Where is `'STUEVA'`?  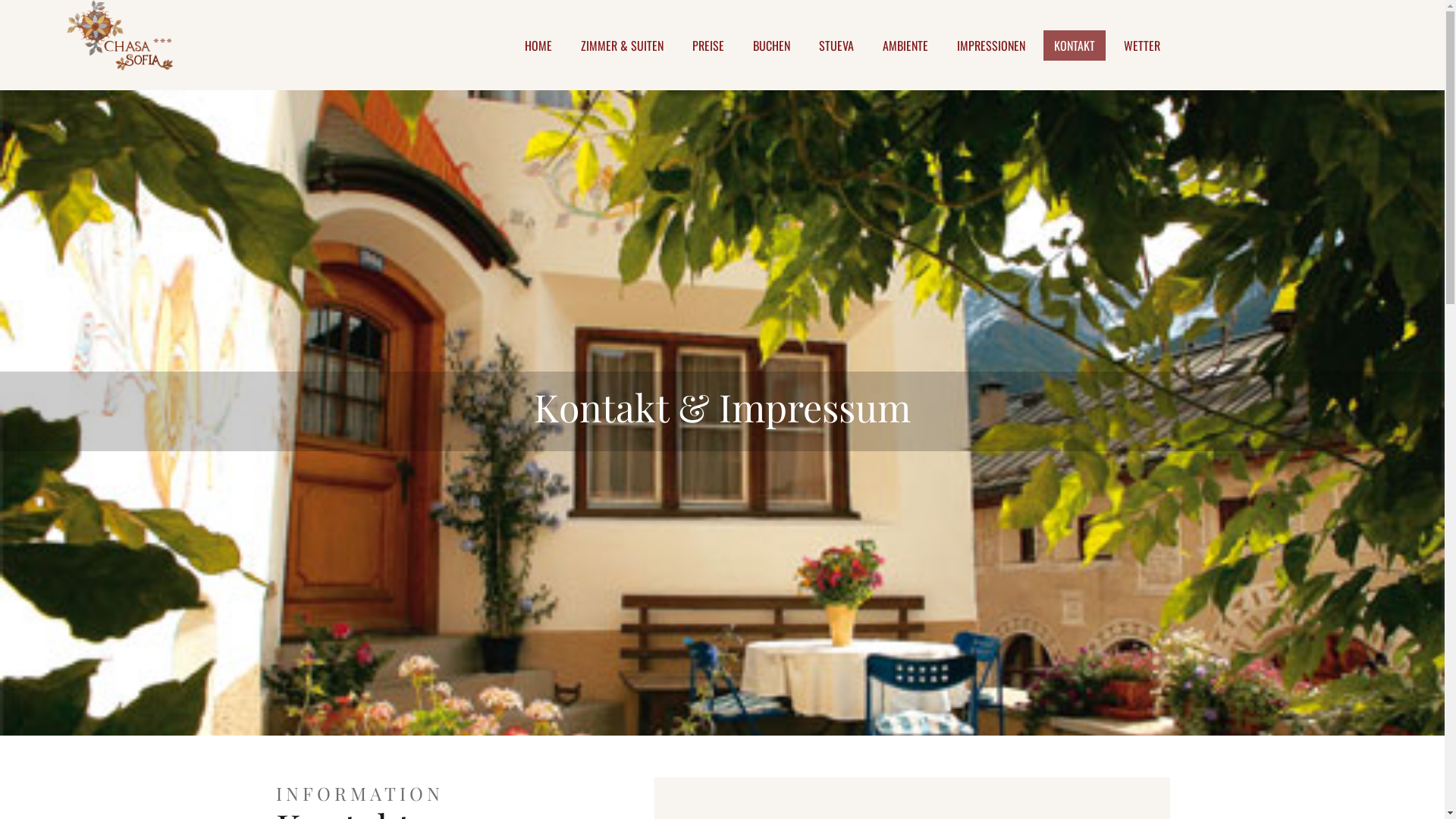 'STUEVA' is located at coordinates (836, 45).